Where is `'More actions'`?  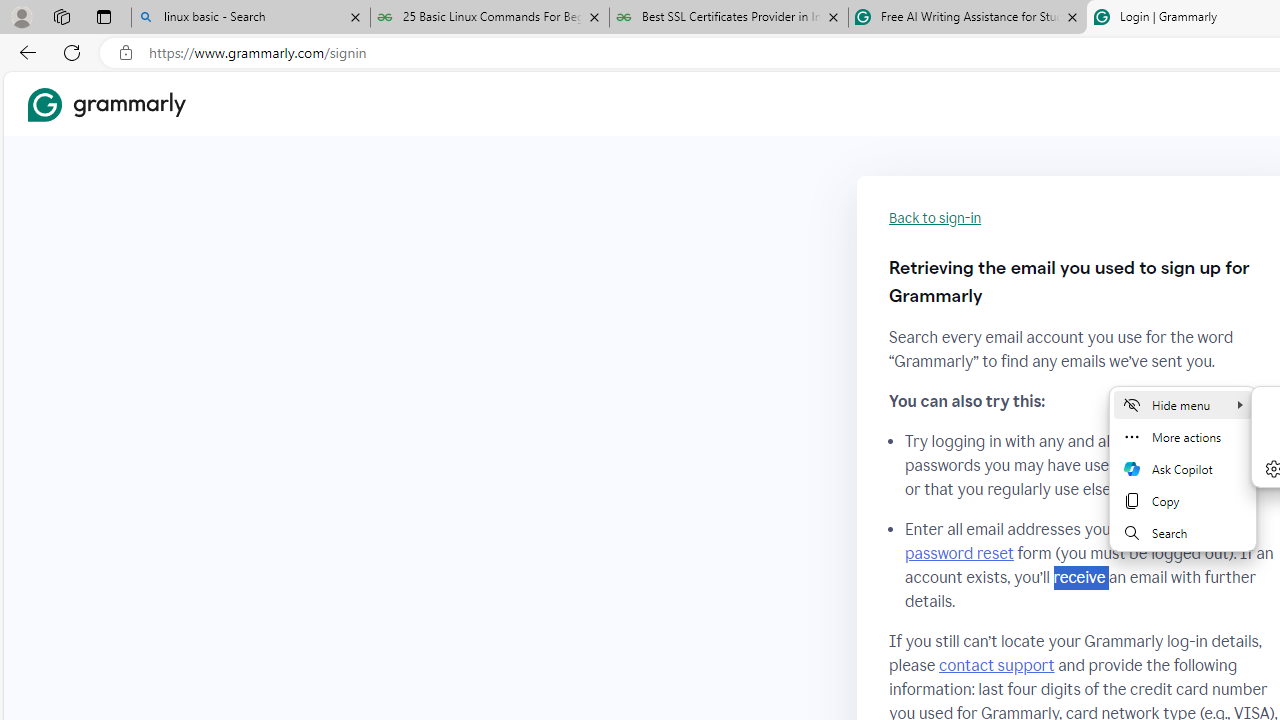 'More actions' is located at coordinates (1182, 436).